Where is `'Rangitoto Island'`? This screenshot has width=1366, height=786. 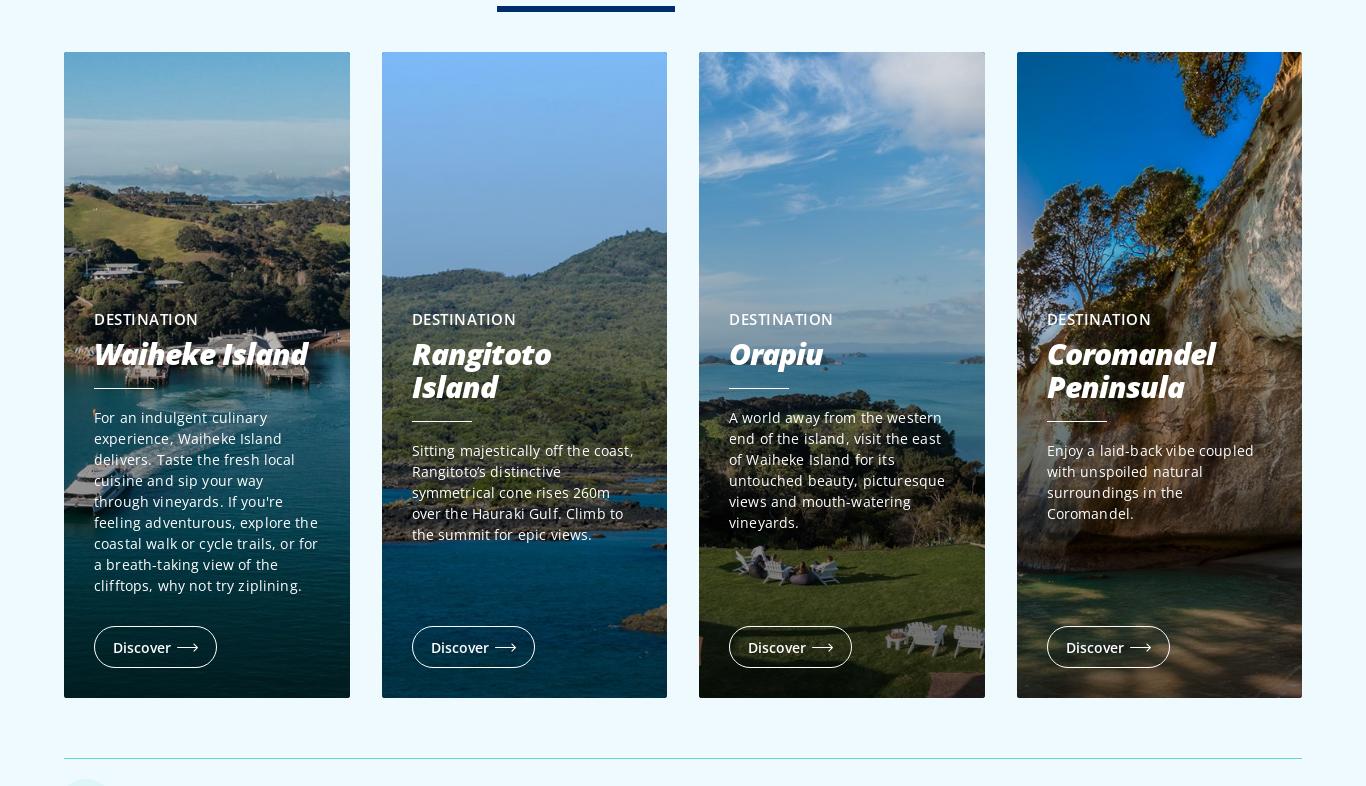
'Rangitoto Island' is located at coordinates (480, 369).